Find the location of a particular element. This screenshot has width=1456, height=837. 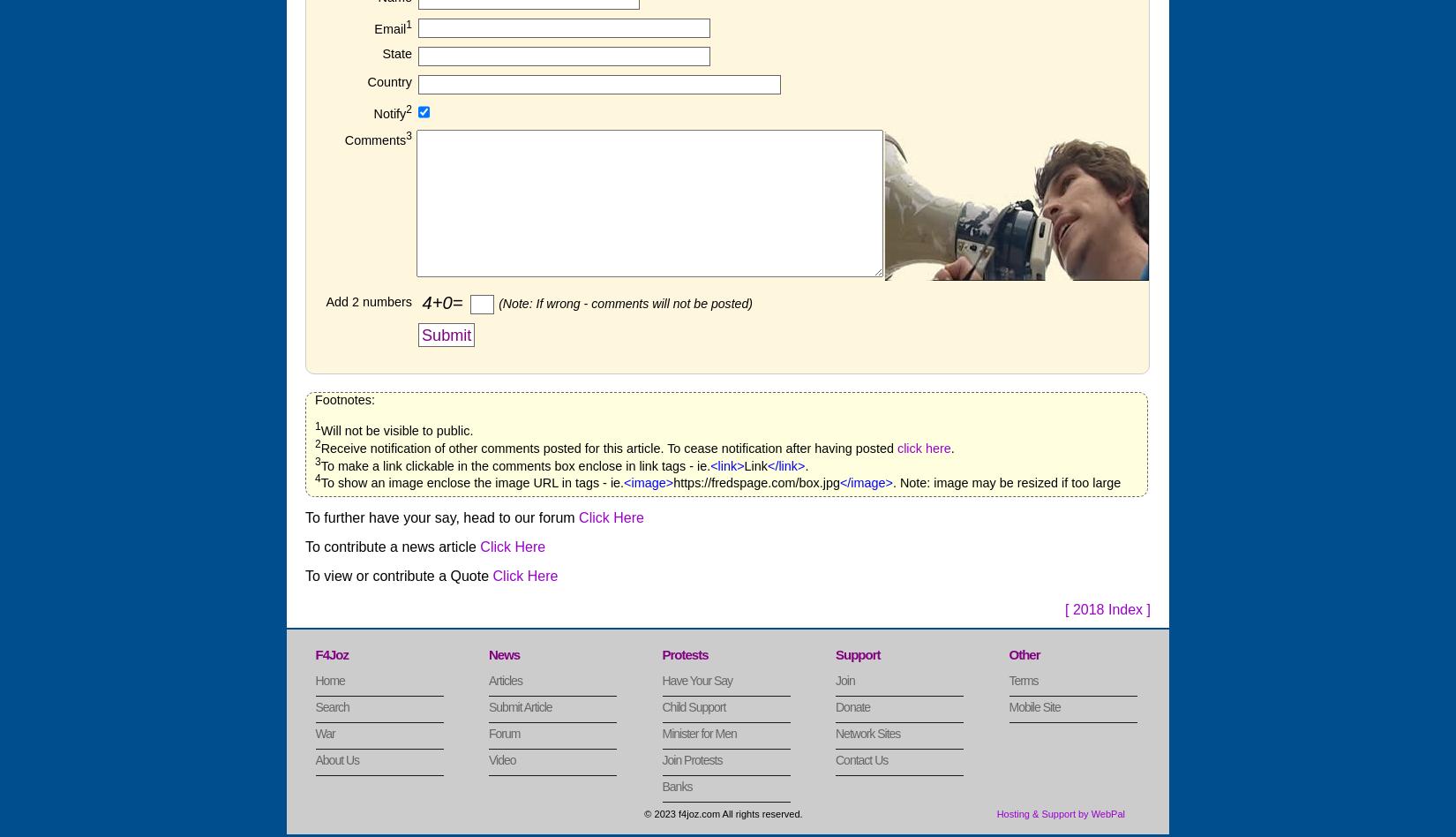

'Email' is located at coordinates (389, 28).